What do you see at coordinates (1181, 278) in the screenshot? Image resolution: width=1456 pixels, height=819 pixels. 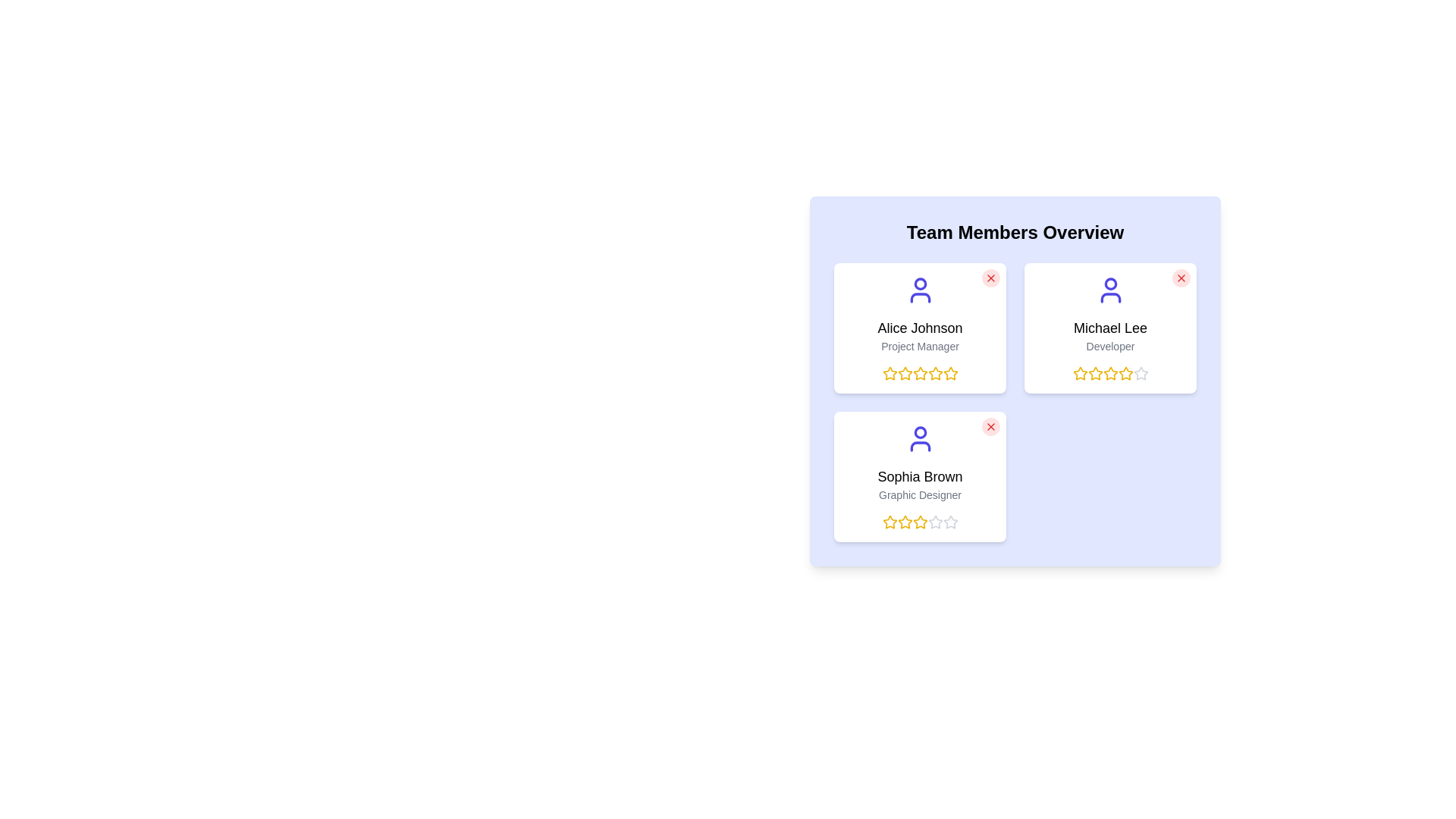 I see `close button of the team member with name Michael Lee` at bounding box center [1181, 278].